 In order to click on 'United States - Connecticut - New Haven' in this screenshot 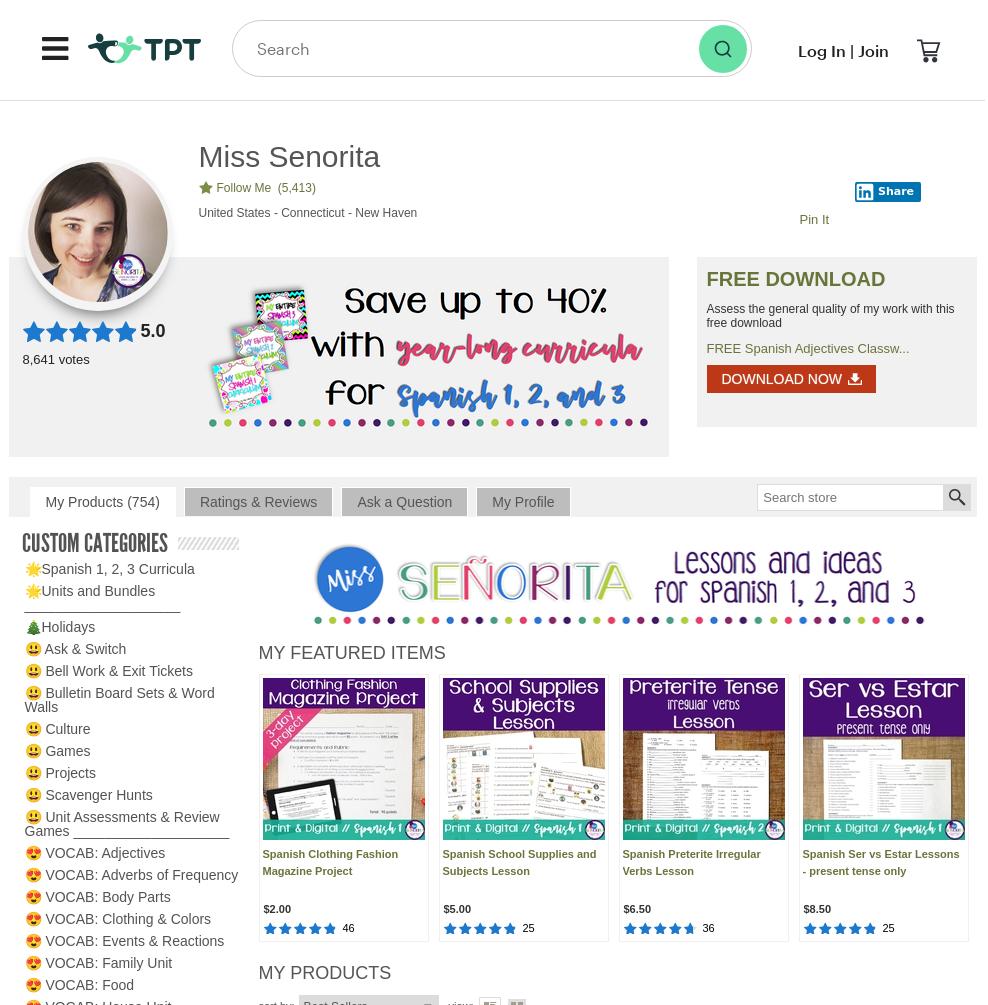, I will do `click(306, 210)`.